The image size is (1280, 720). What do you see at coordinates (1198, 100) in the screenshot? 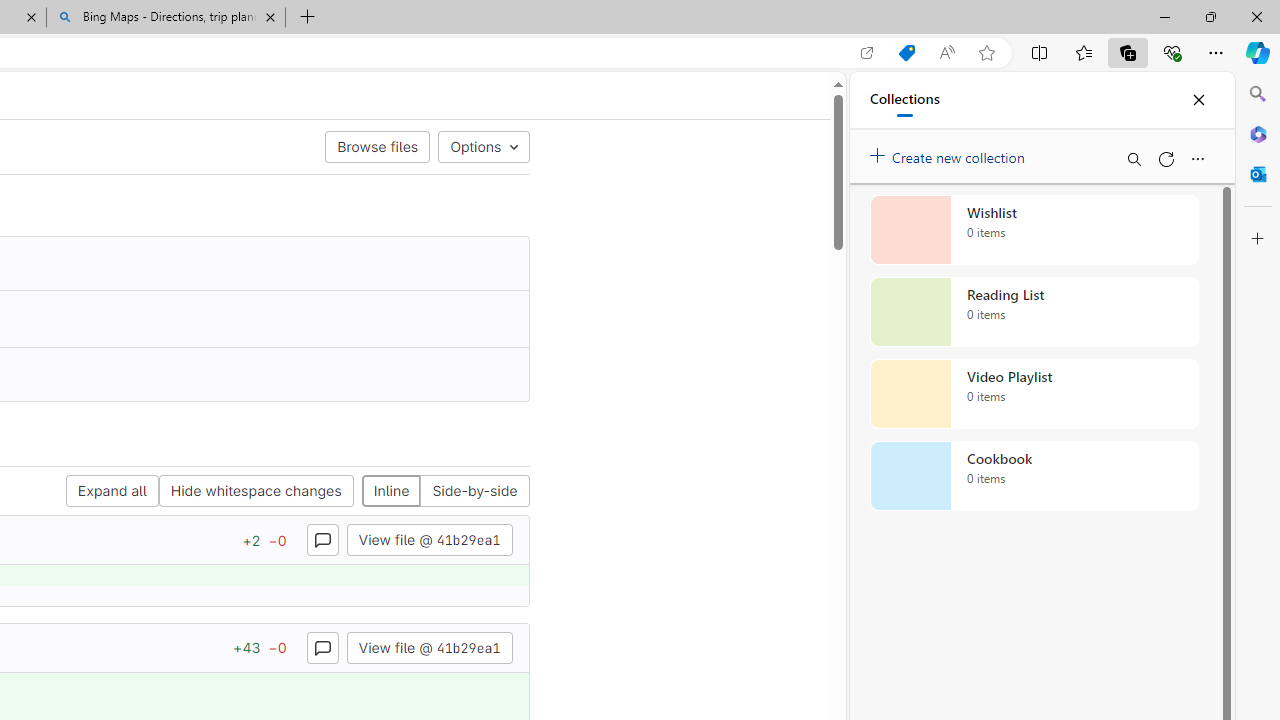
I see `'Close'` at bounding box center [1198, 100].